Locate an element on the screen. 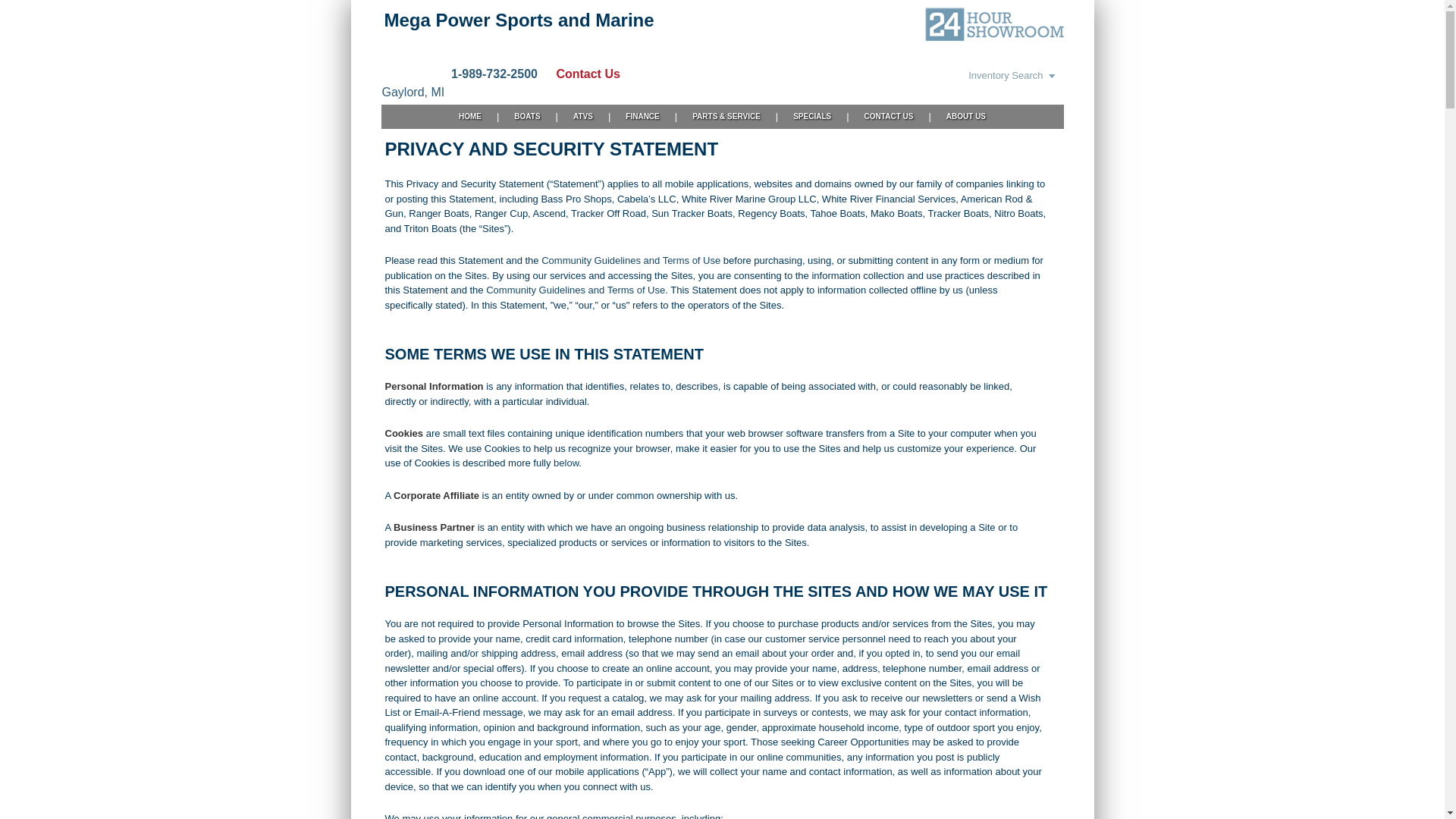 Image resolution: width=1456 pixels, height=819 pixels. 'CONTACT US' is located at coordinates (889, 116).